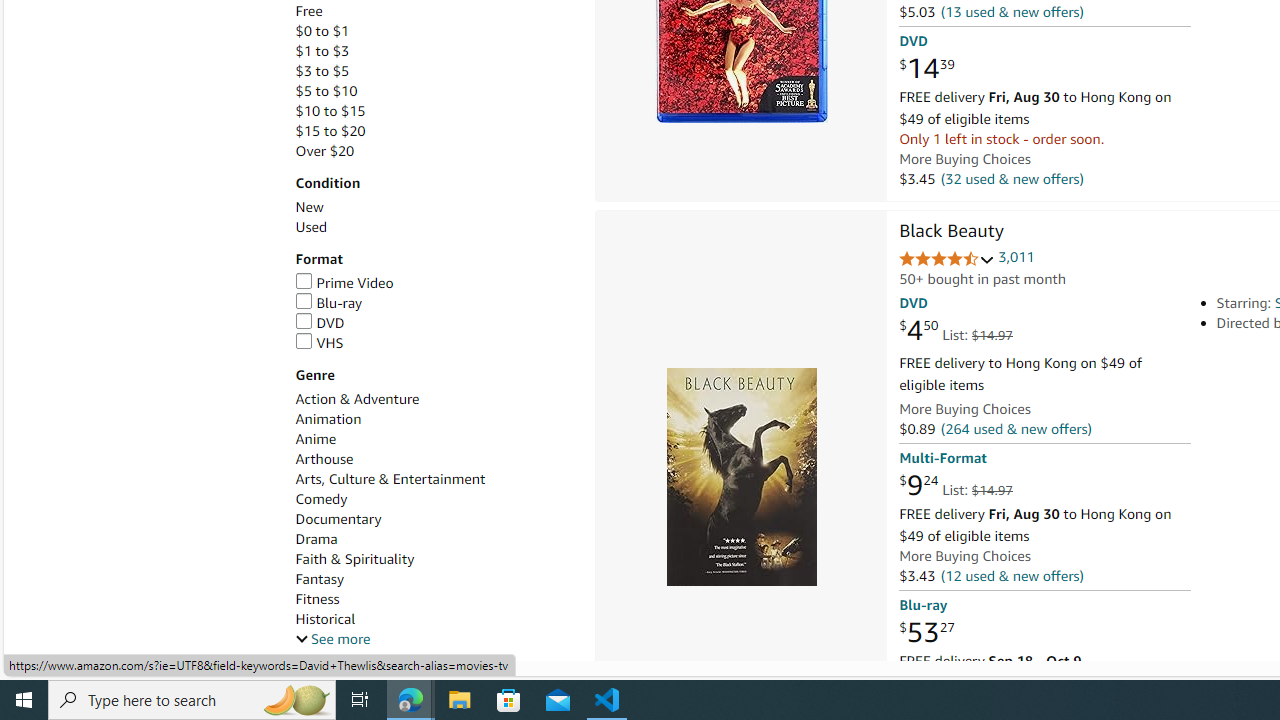  What do you see at coordinates (332, 639) in the screenshot?
I see `'See more, Genre'` at bounding box center [332, 639].